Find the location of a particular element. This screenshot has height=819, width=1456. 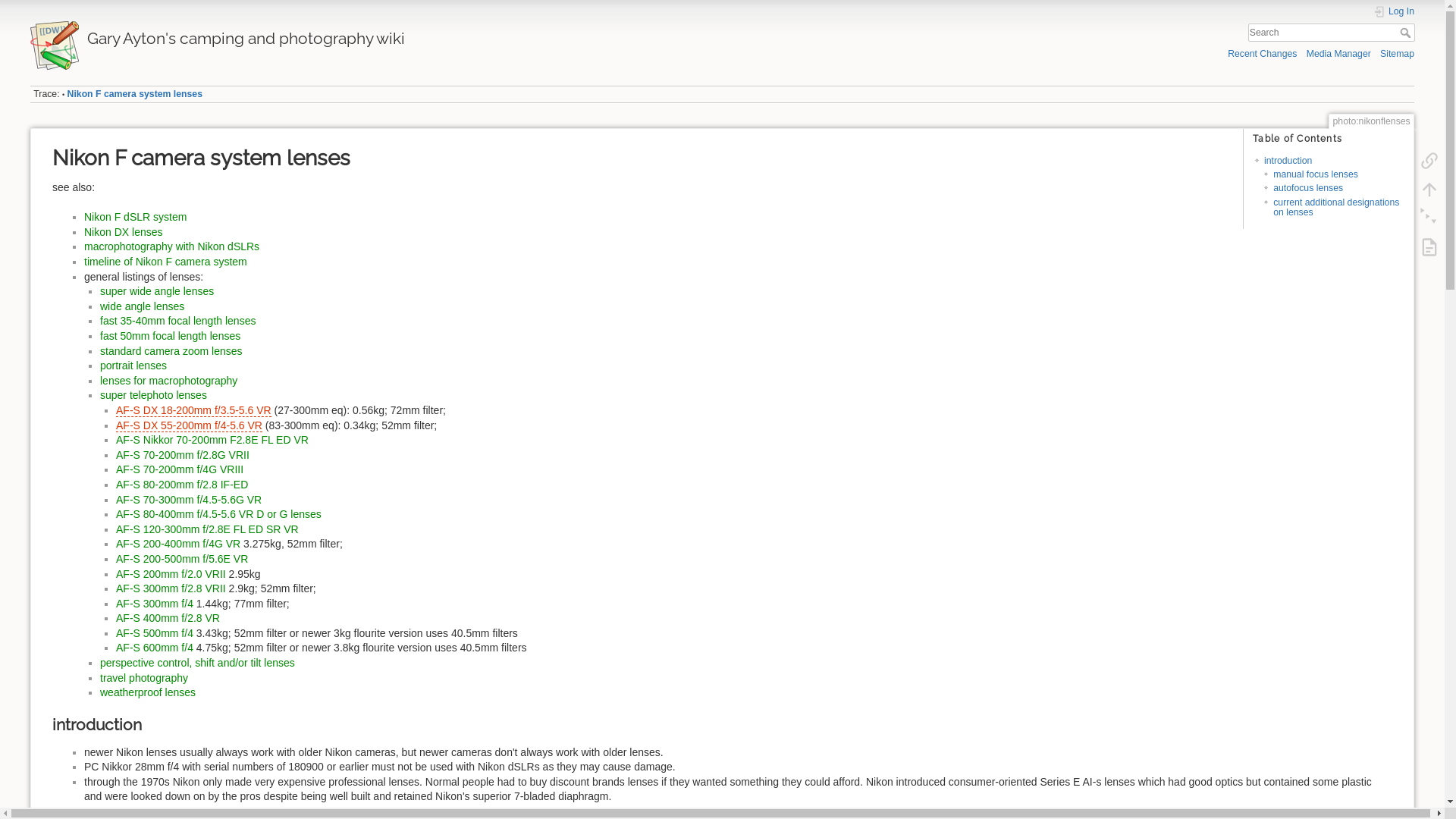

'AF-S Nikkor 70-200mm F2.8E FL ED VR' is located at coordinates (211, 439).